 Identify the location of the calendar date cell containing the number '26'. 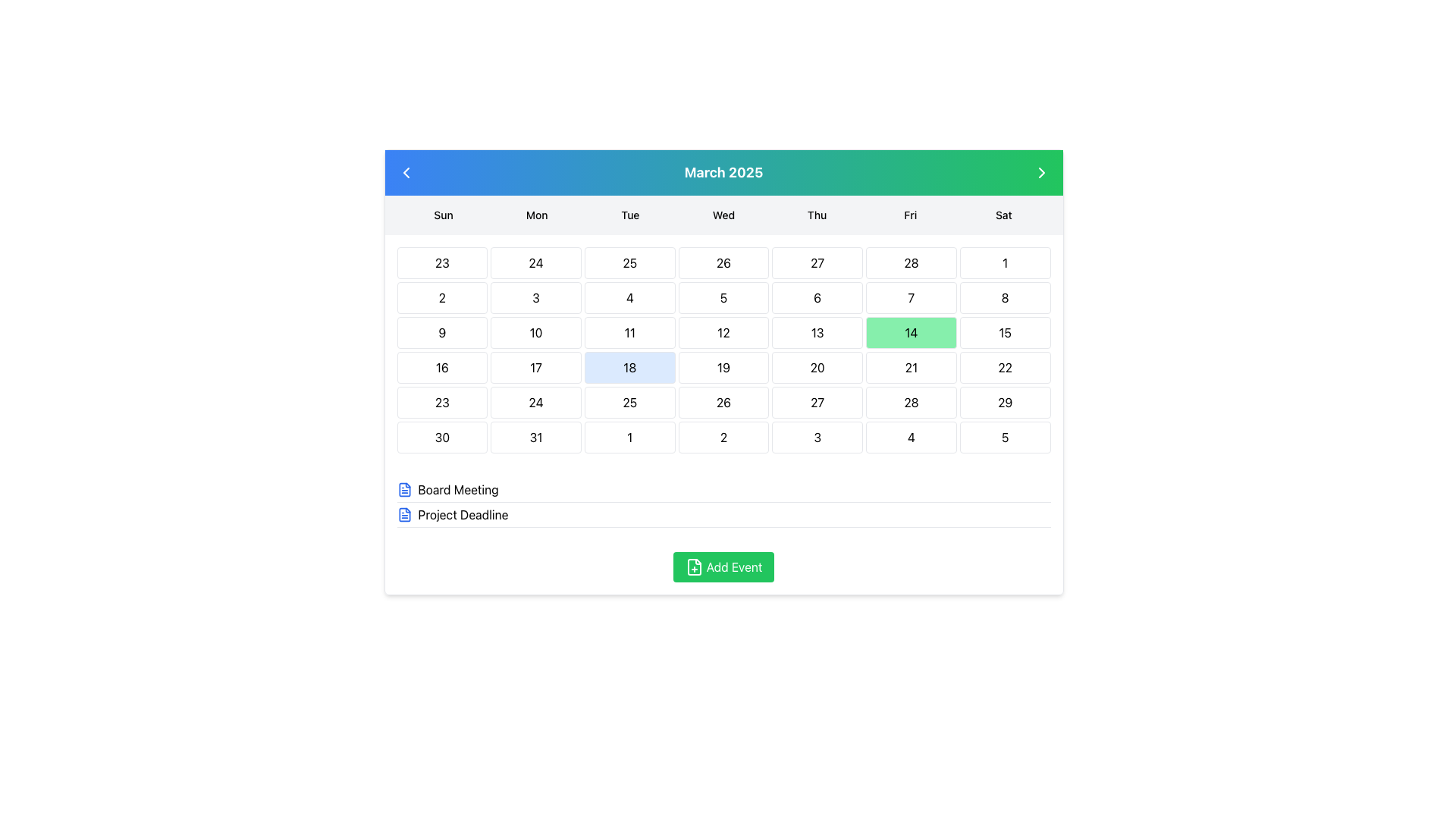
(723, 402).